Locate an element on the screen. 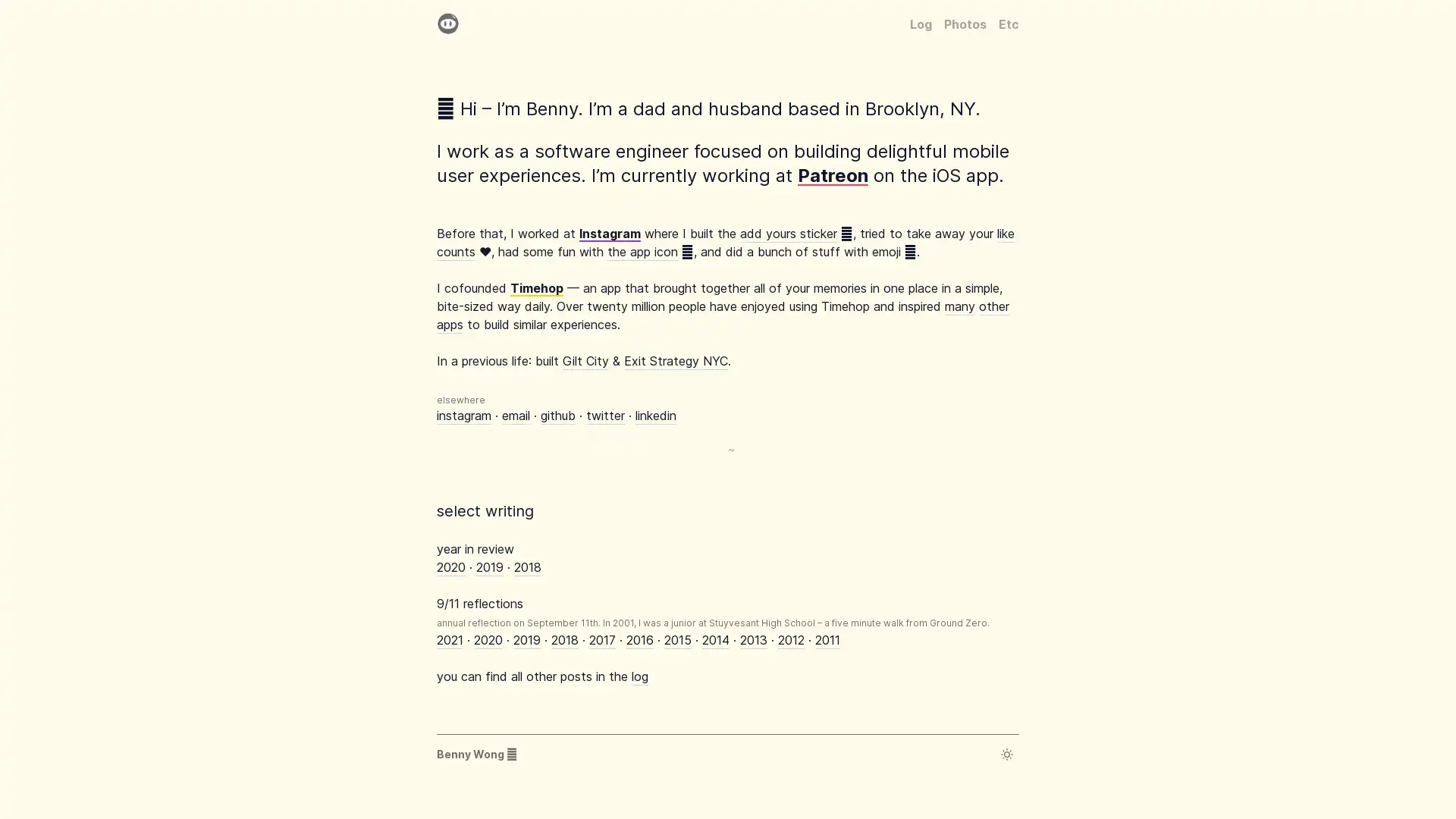 The width and height of the screenshot is (1456, 819). Toggle dark mode is located at coordinates (1008, 755).